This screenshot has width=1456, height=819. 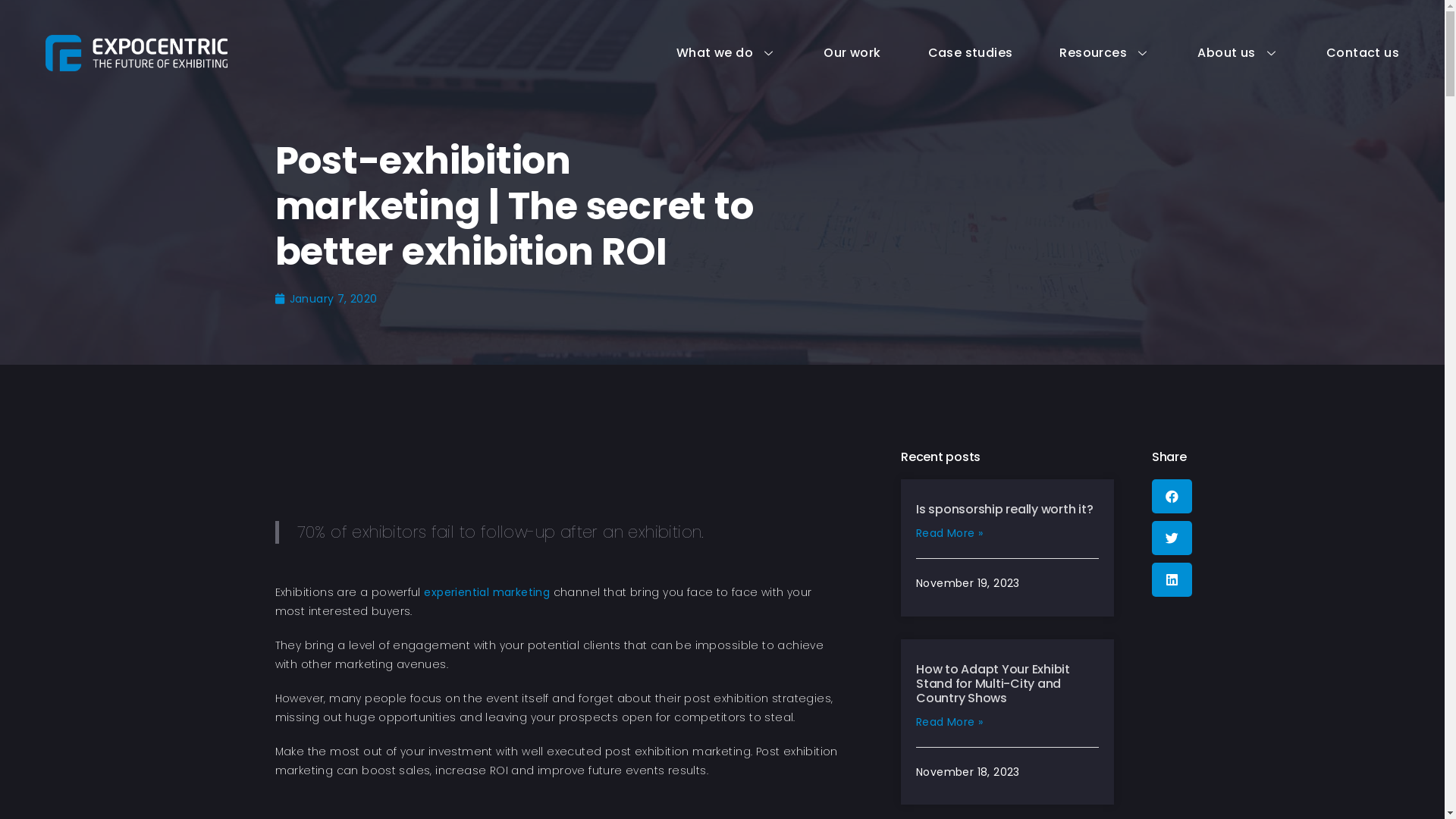 I want to click on 'Case studies', so click(x=946, y=52).